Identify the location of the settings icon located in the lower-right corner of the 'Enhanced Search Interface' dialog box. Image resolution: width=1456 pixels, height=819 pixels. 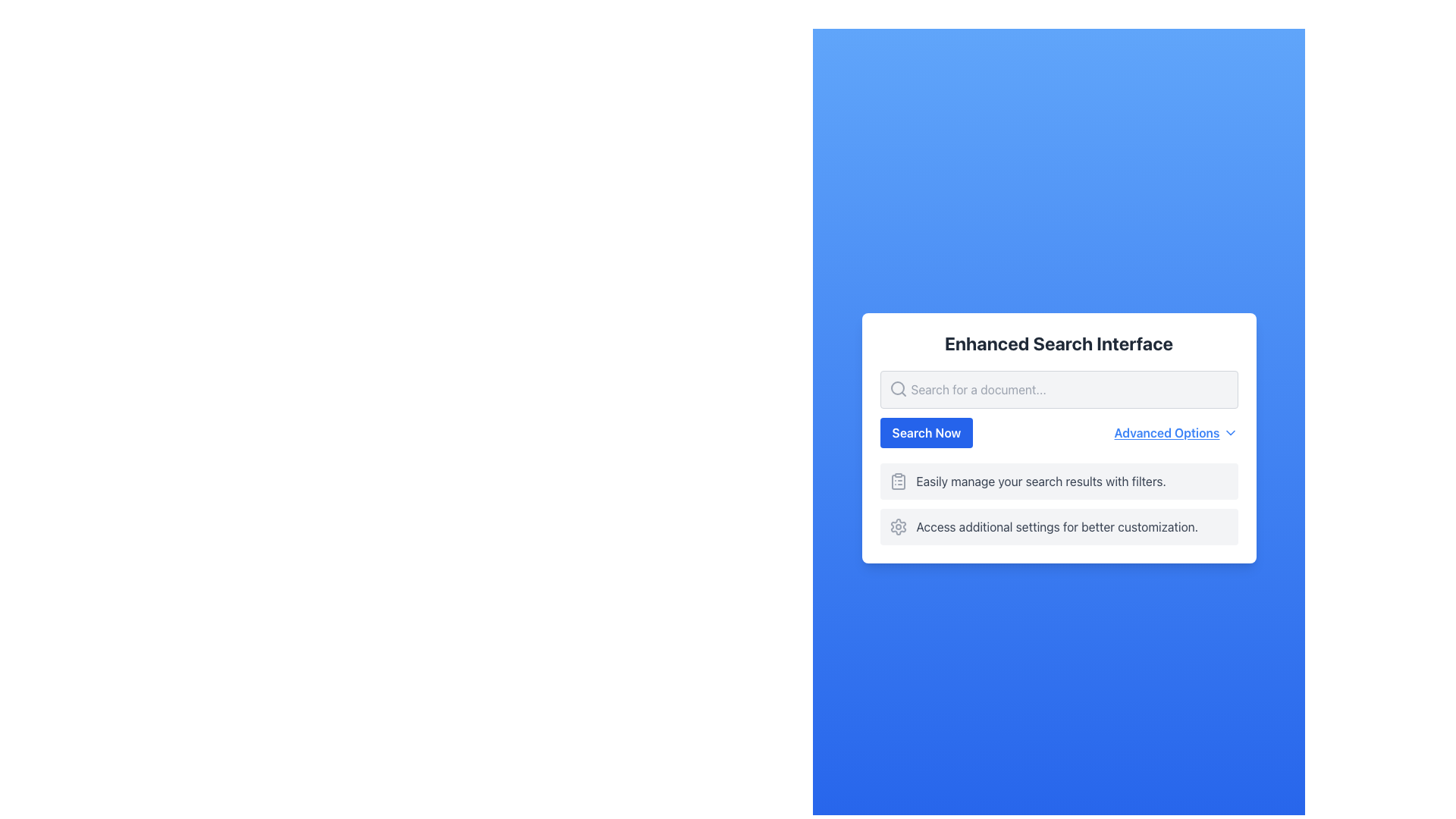
(898, 526).